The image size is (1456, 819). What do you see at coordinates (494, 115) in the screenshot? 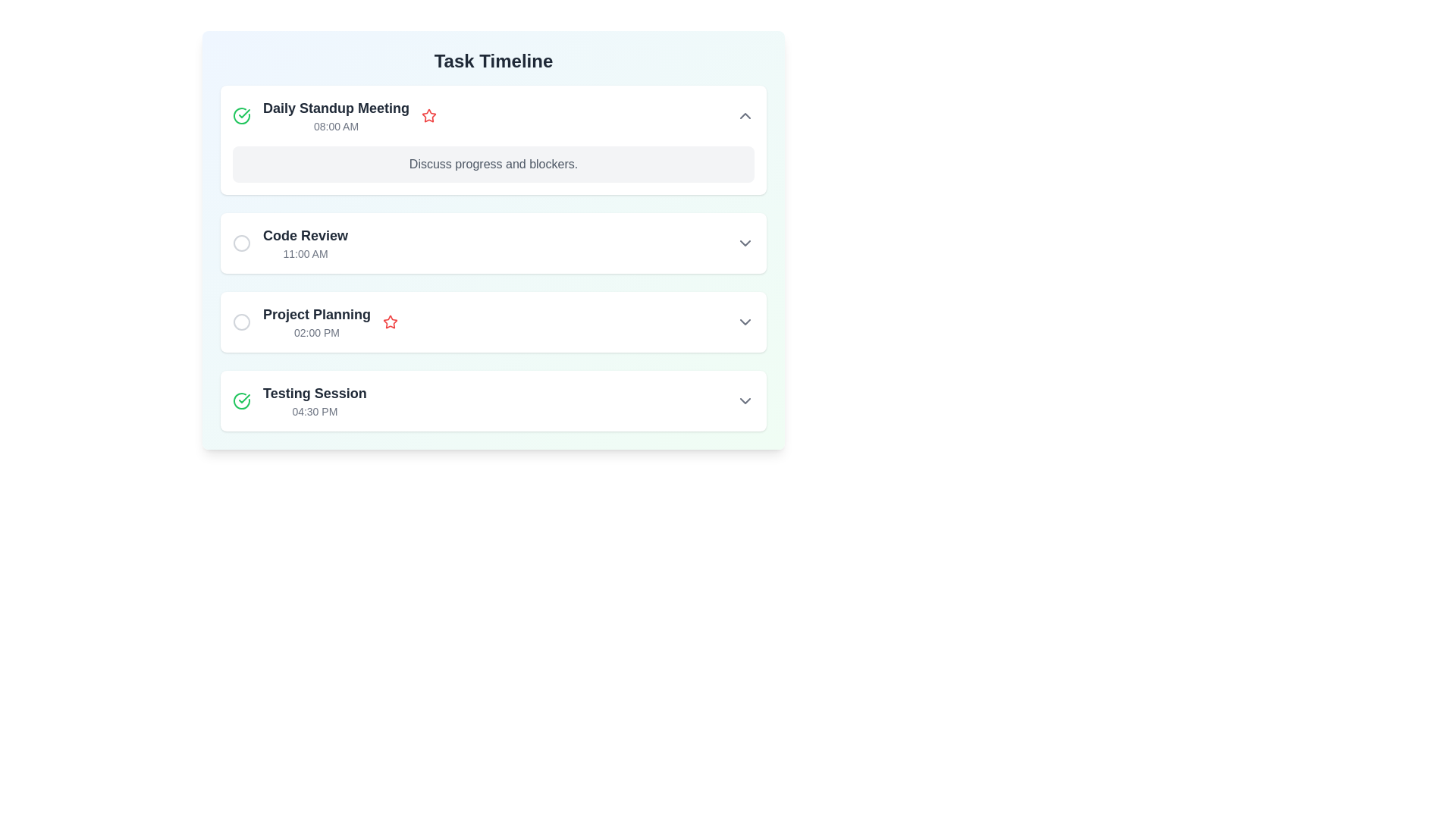
I see `the 'Daily Standup Meeting' card in the timeline view` at bounding box center [494, 115].